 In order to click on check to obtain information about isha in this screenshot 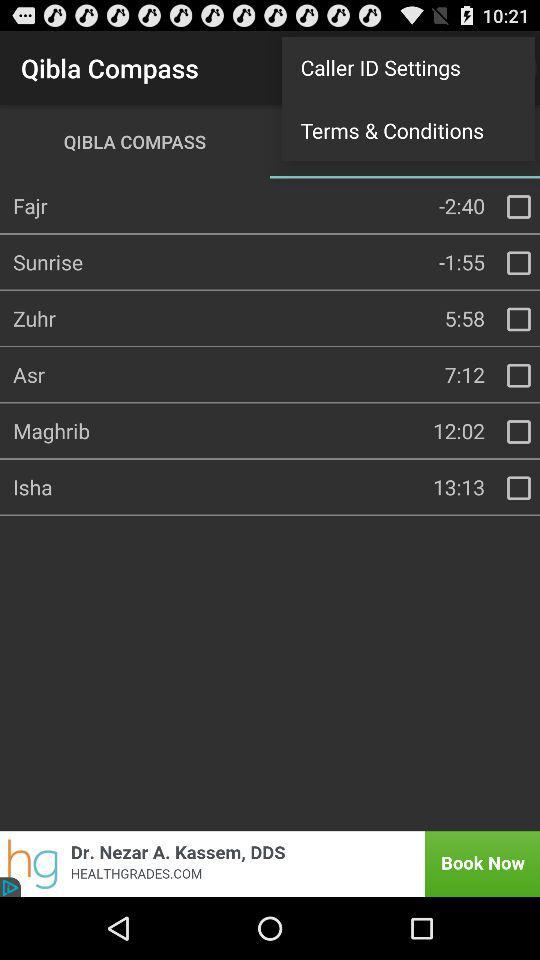, I will do `click(518, 487)`.